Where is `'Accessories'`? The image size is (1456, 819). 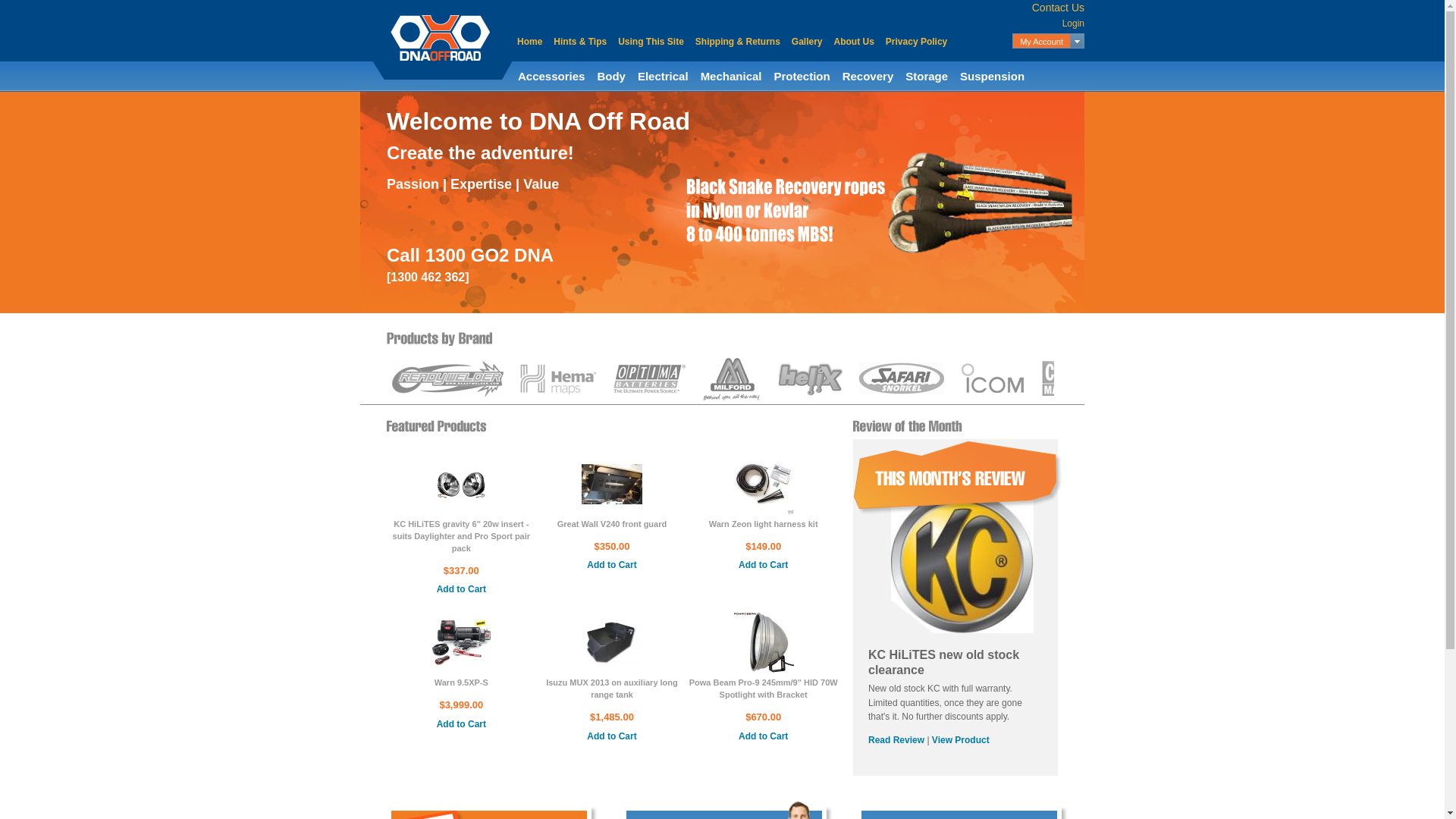
'Accessories' is located at coordinates (550, 76).